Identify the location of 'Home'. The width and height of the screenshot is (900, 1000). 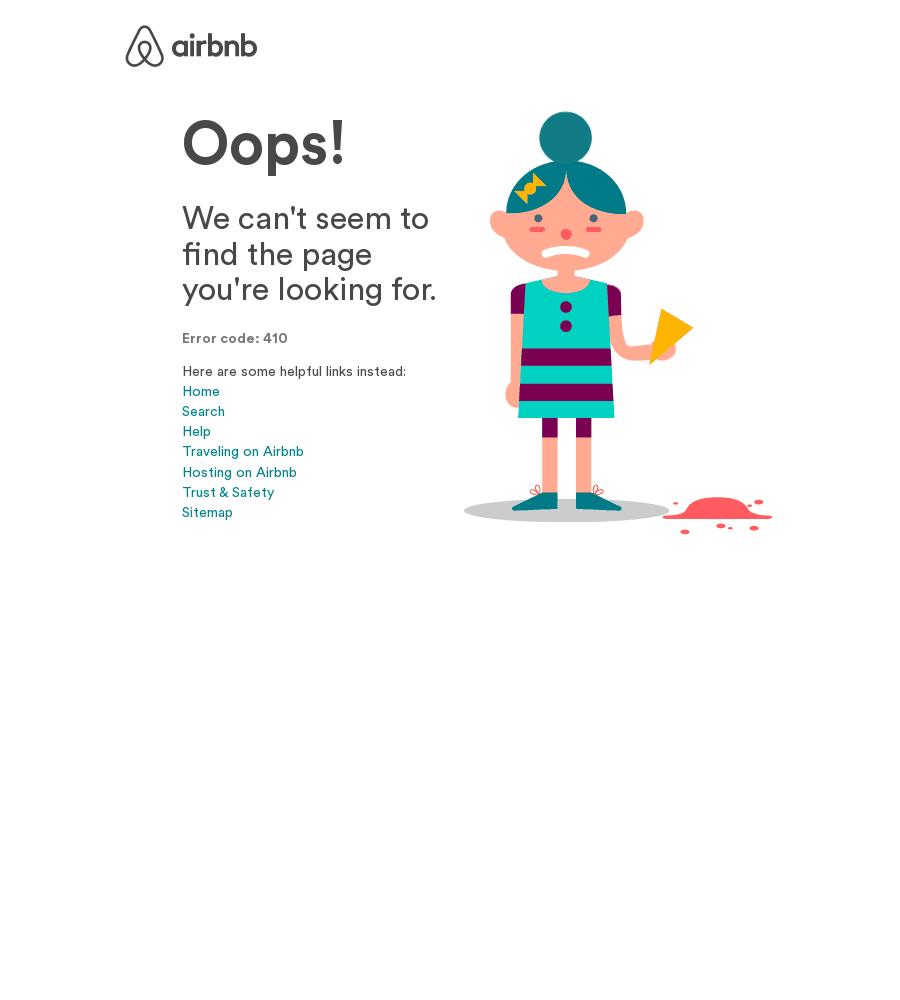
(181, 391).